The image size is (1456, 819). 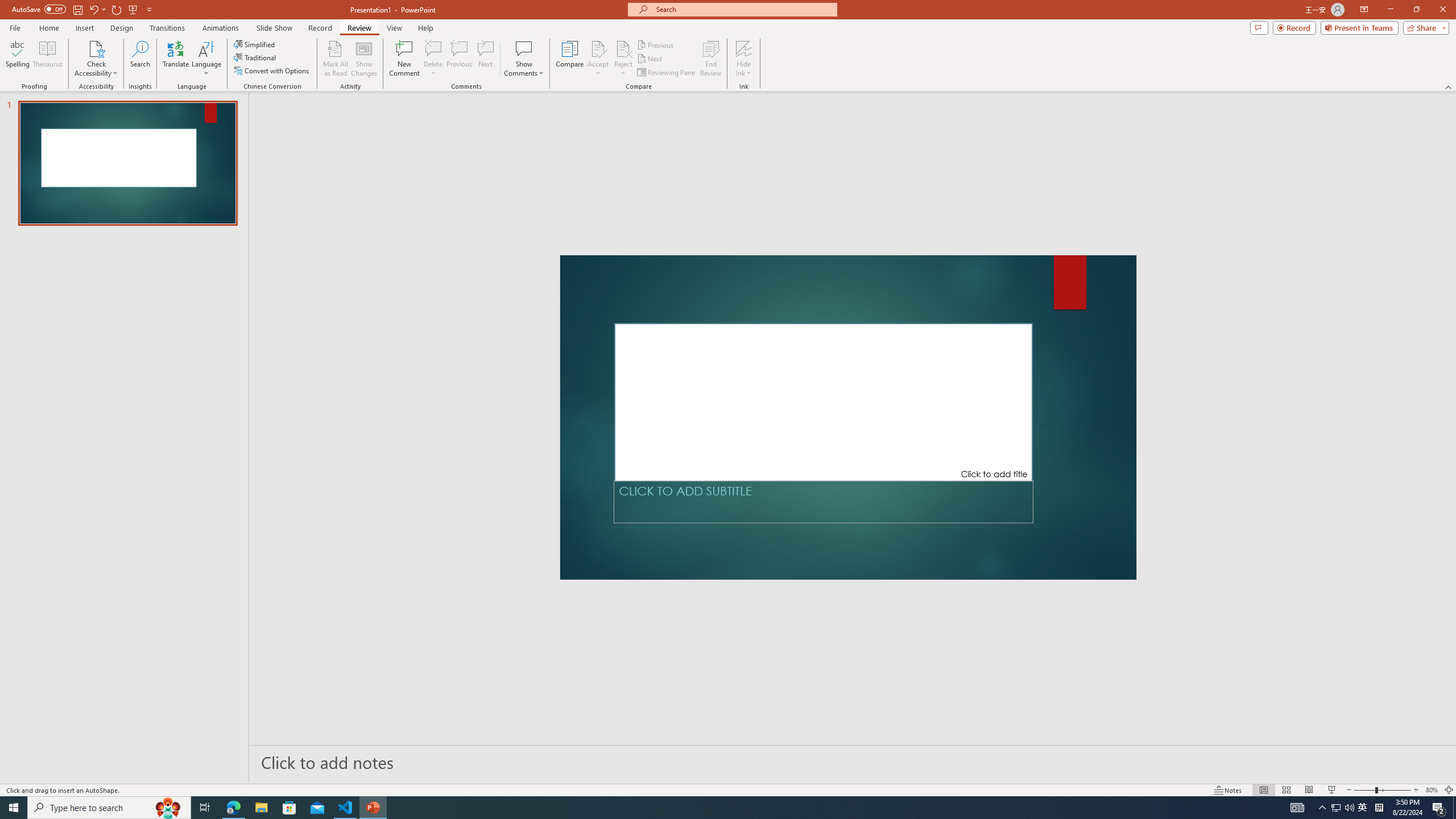 I want to click on 'Subtitle TextBox', so click(x=823, y=501).